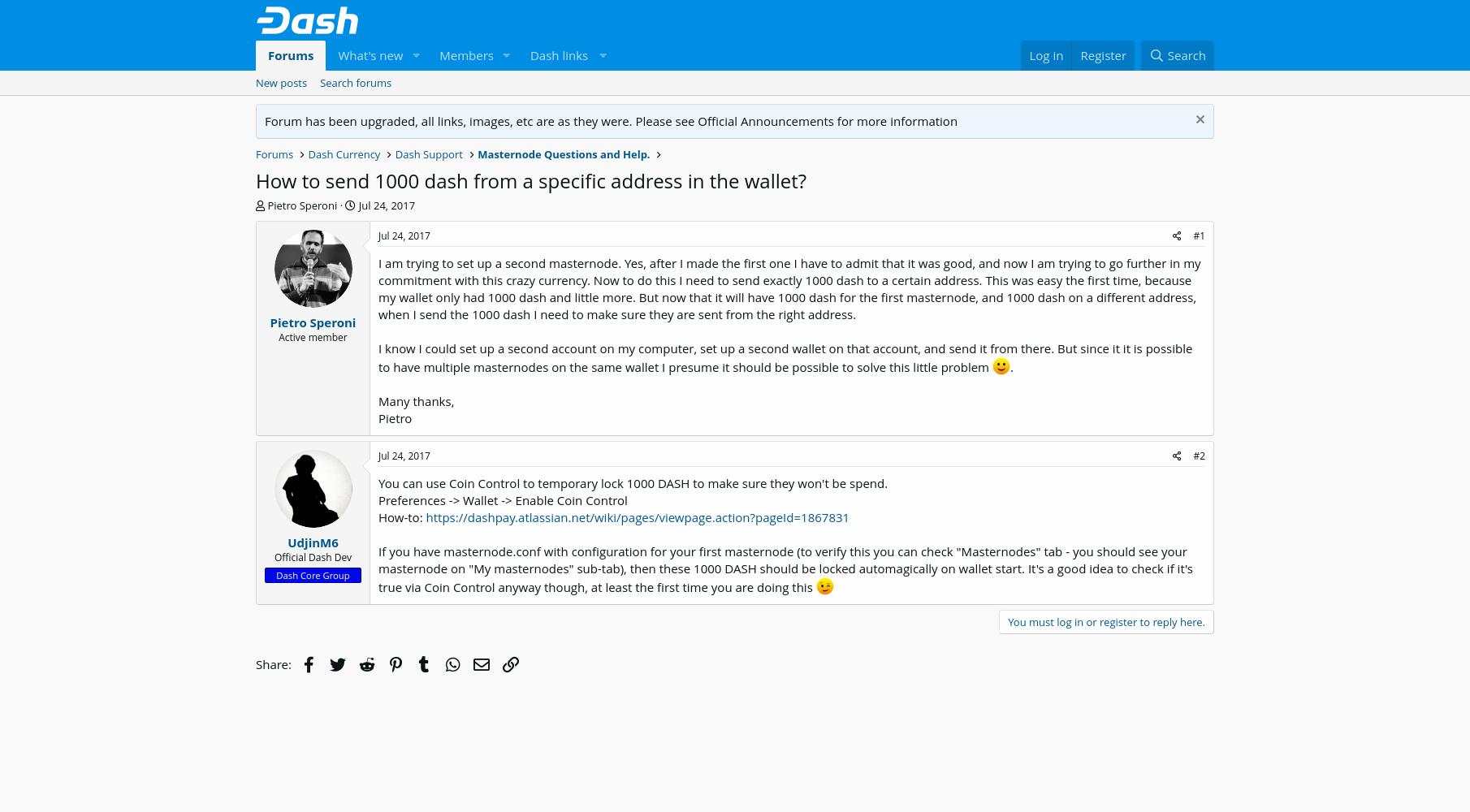 The width and height of the screenshot is (1470, 812). I want to click on 'Search', so click(1187, 54).